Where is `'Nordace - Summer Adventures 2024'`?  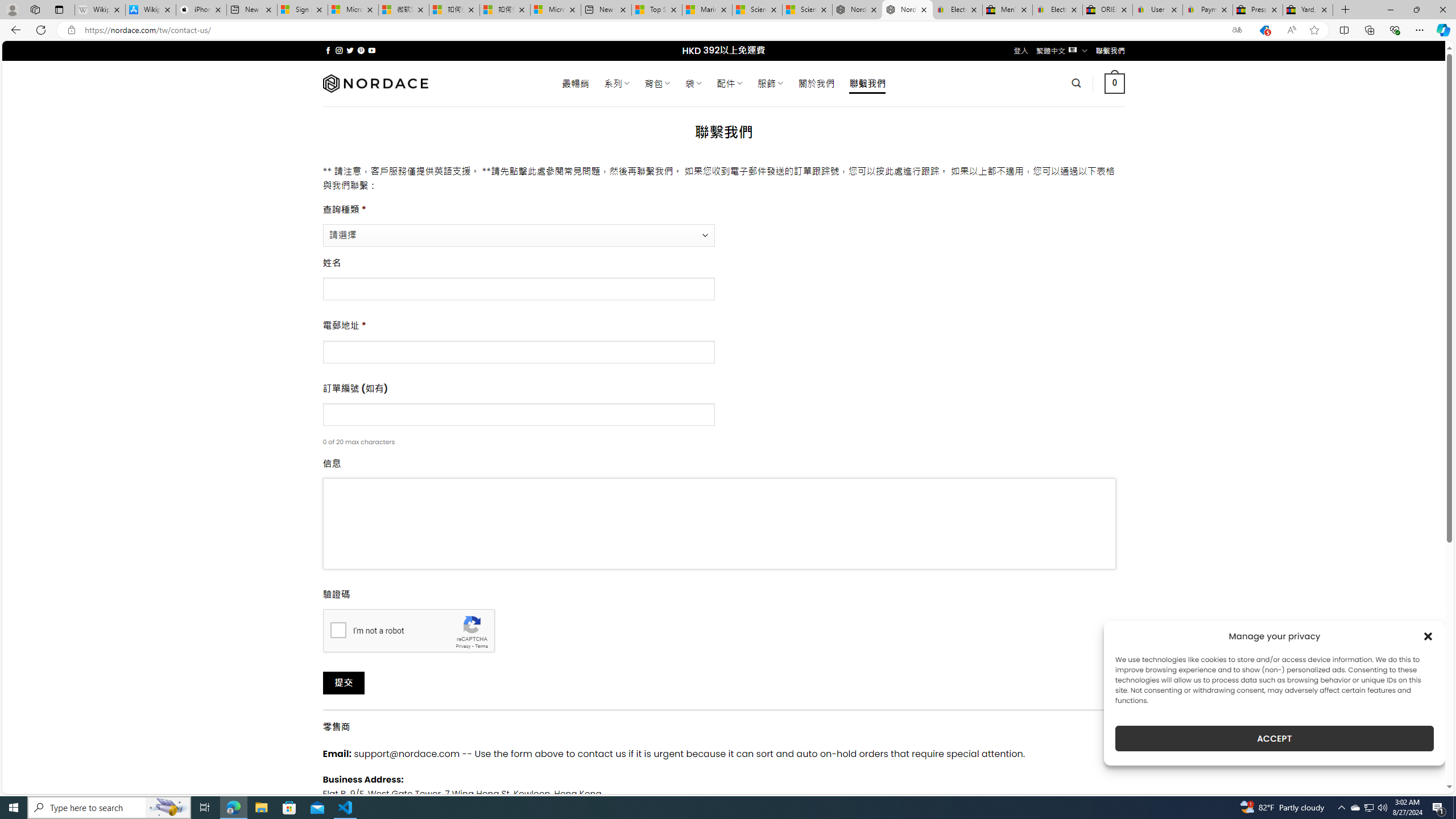
'Nordace - Summer Adventures 2024' is located at coordinates (856, 9).